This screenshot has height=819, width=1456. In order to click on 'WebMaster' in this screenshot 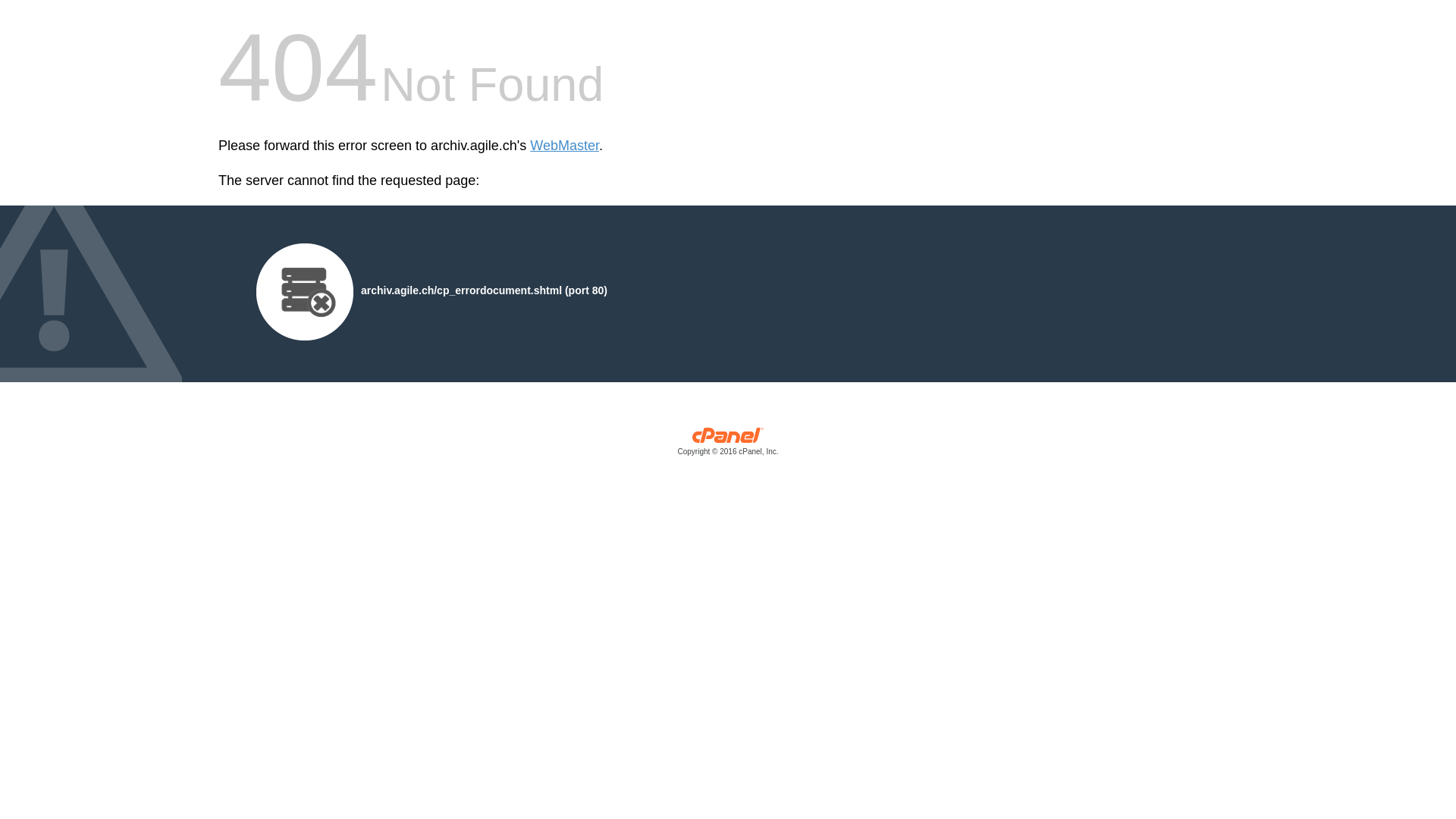, I will do `click(563, 146)`.